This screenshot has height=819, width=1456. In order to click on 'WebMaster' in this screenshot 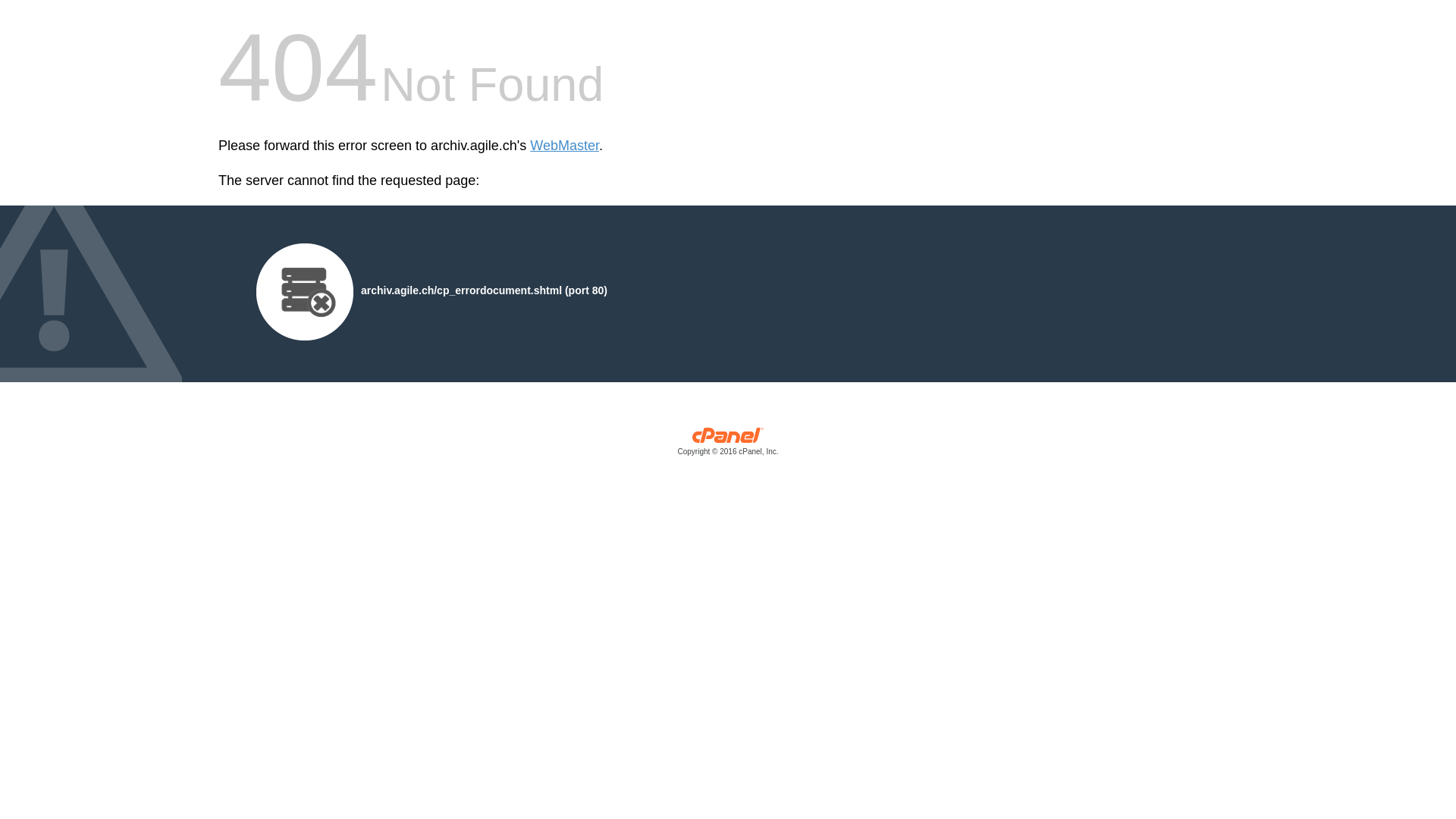, I will do `click(563, 146)`.